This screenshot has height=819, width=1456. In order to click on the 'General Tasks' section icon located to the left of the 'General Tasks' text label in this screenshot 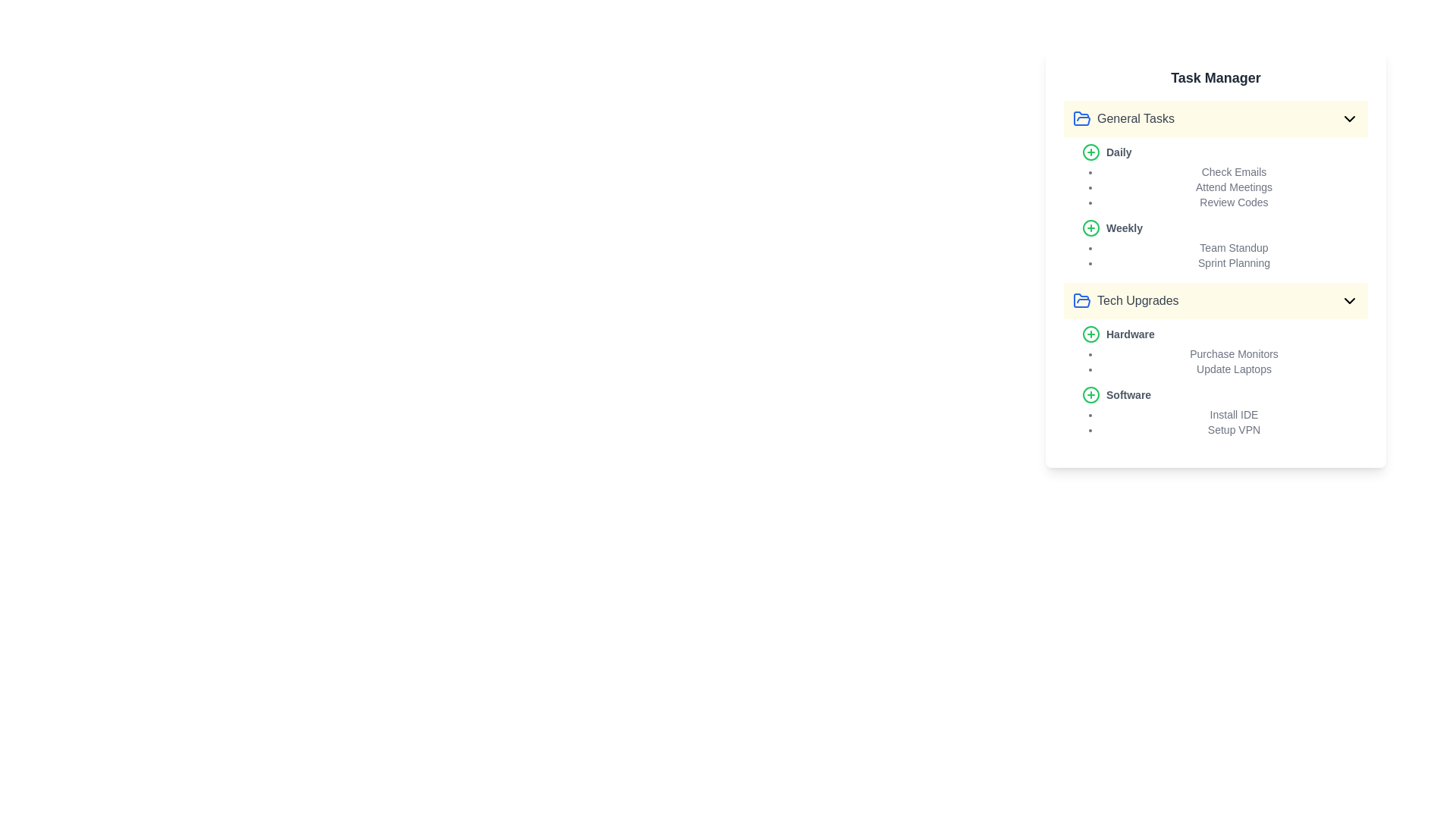, I will do `click(1081, 118)`.